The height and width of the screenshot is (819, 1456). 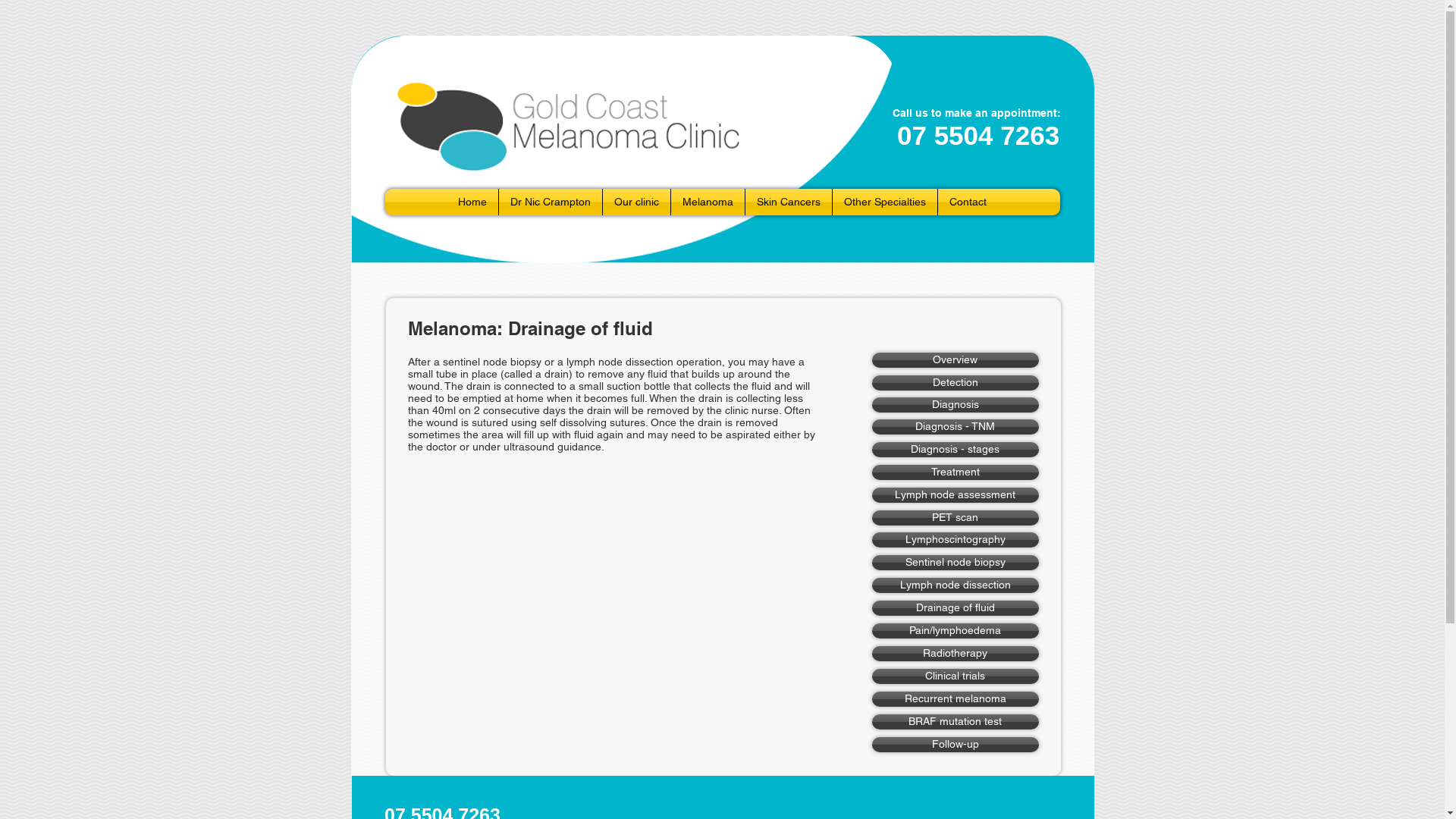 What do you see at coordinates (954, 382) in the screenshot?
I see `'Detection'` at bounding box center [954, 382].